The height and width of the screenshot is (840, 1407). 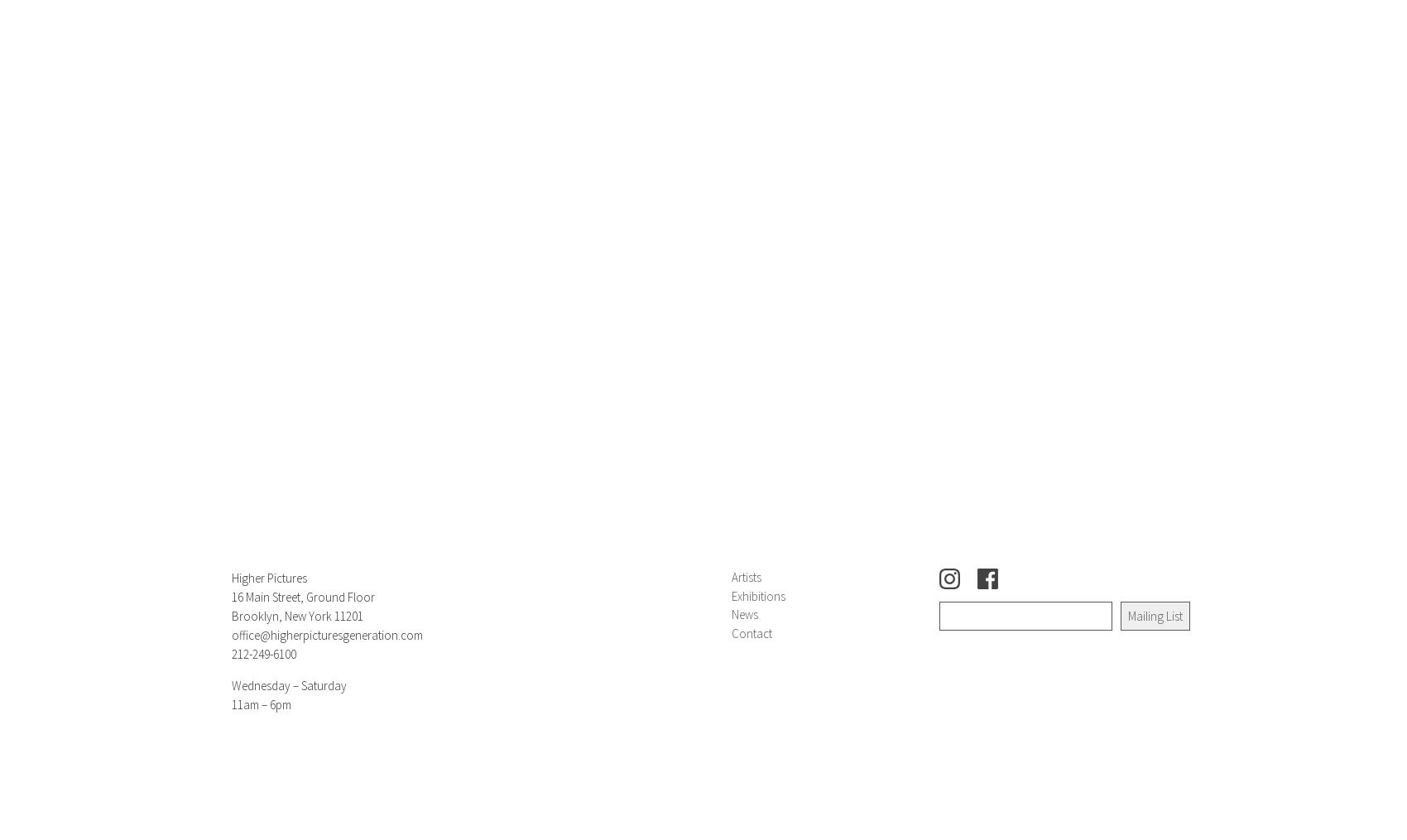 What do you see at coordinates (263, 653) in the screenshot?
I see `'212-249-6100'` at bounding box center [263, 653].